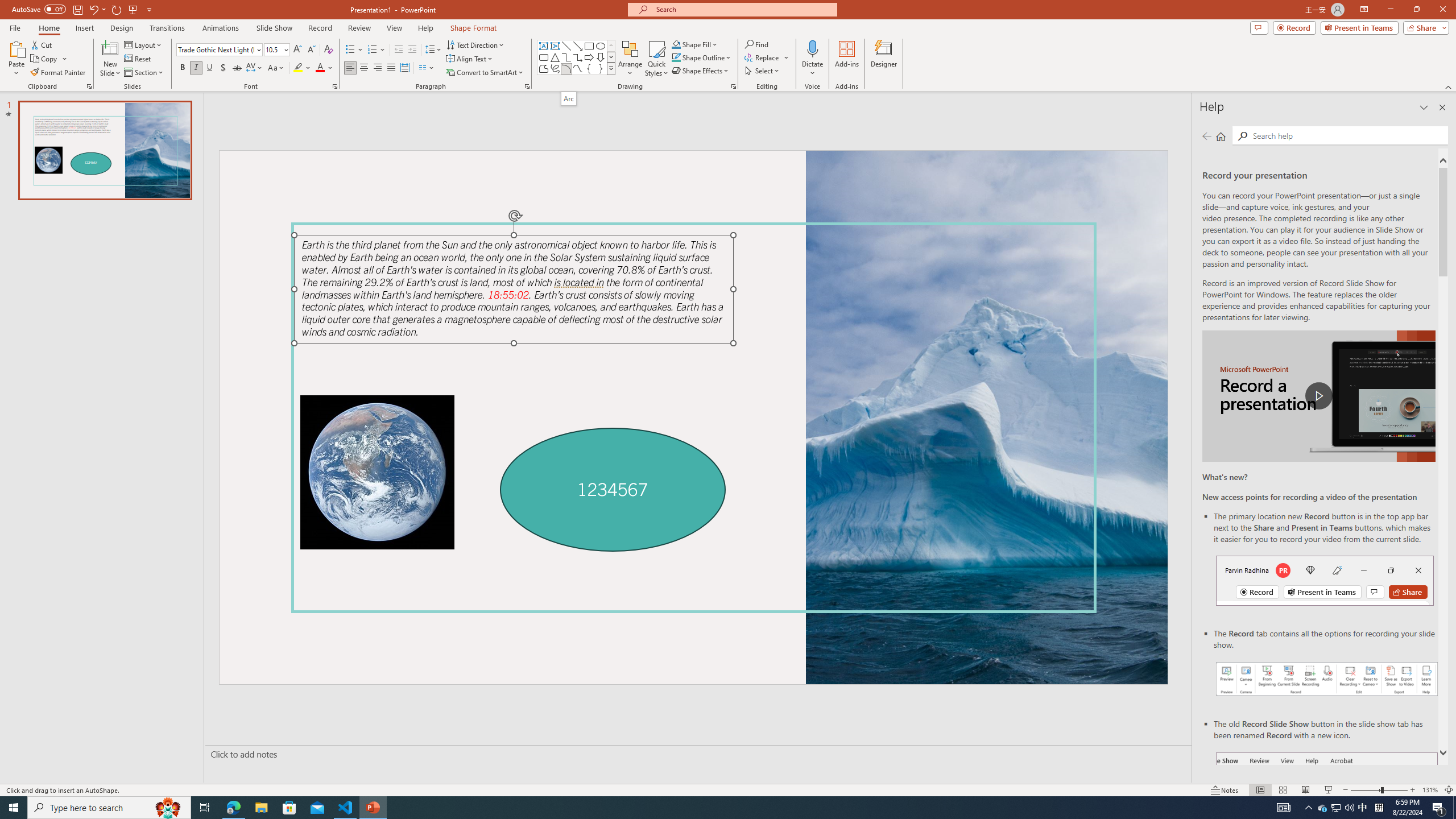 Image resolution: width=1456 pixels, height=819 pixels. Describe the element at coordinates (700, 69) in the screenshot. I see `'Shape Effects'` at that location.